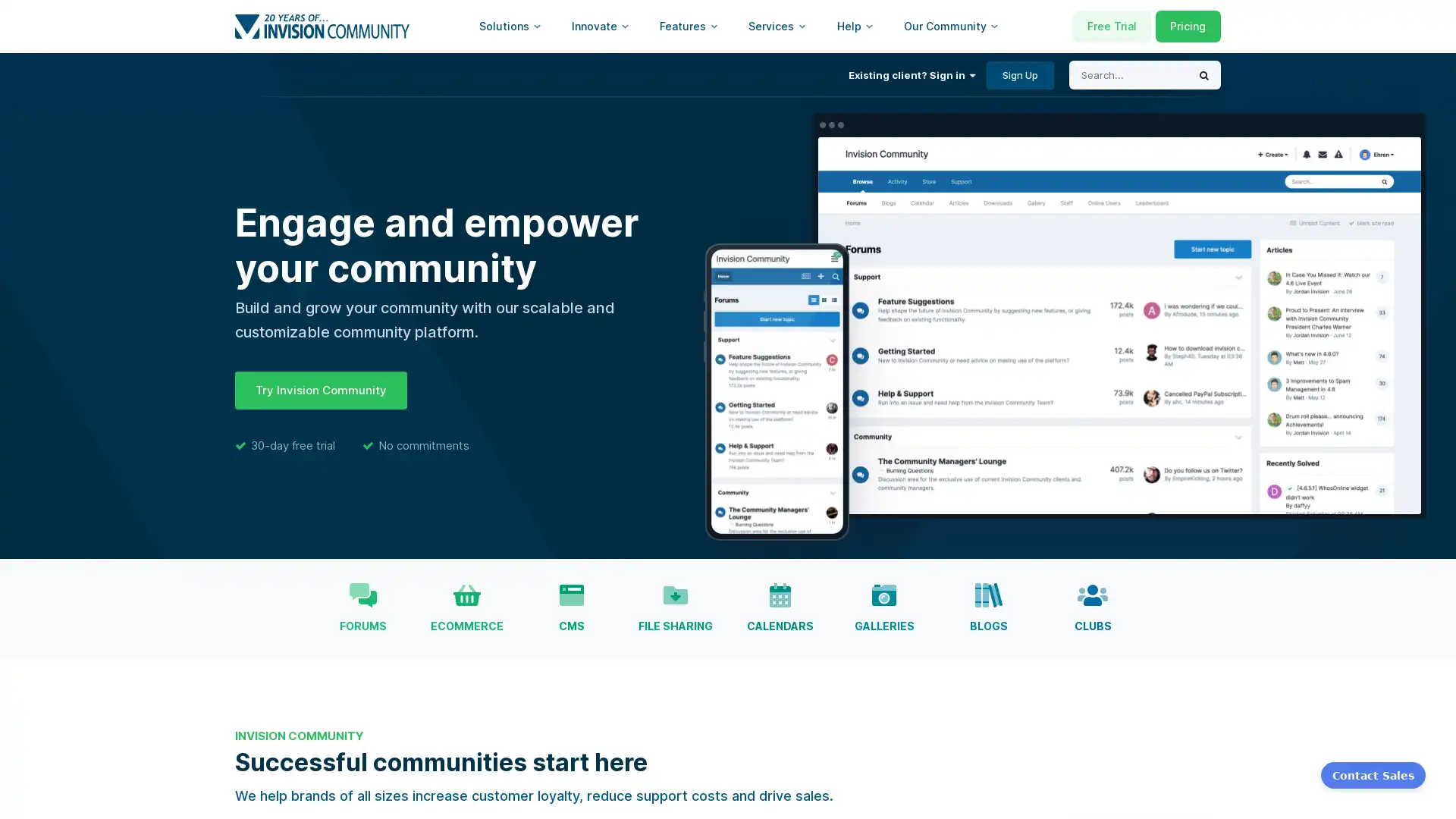  What do you see at coordinates (777, 26) in the screenshot?
I see `Services` at bounding box center [777, 26].